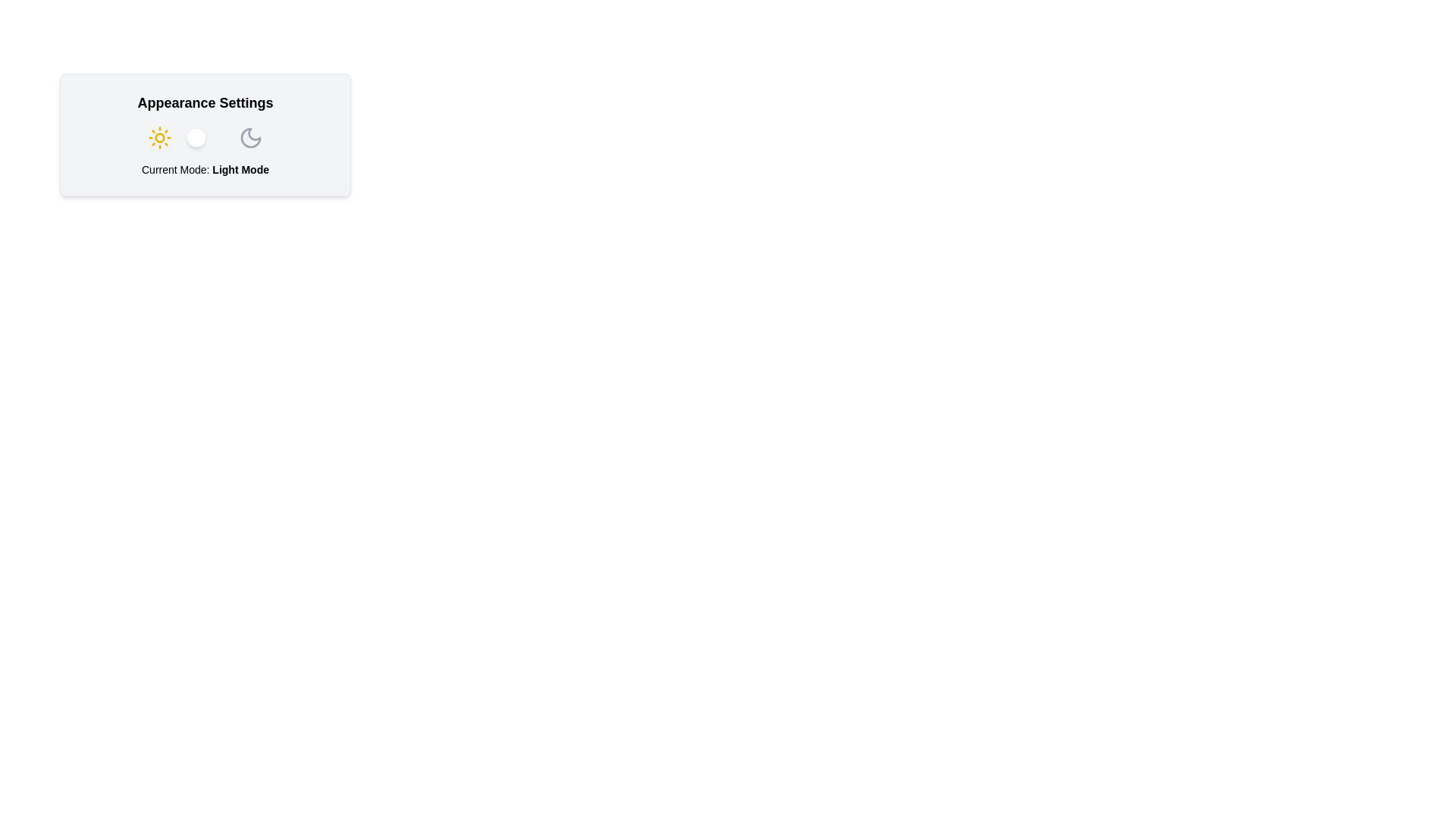 The width and height of the screenshot is (1456, 819). What do you see at coordinates (251, 137) in the screenshot?
I see `the gray crescent moon icon located at the rightmost position among display or mode settings to switch to dark mode` at bounding box center [251, 137].